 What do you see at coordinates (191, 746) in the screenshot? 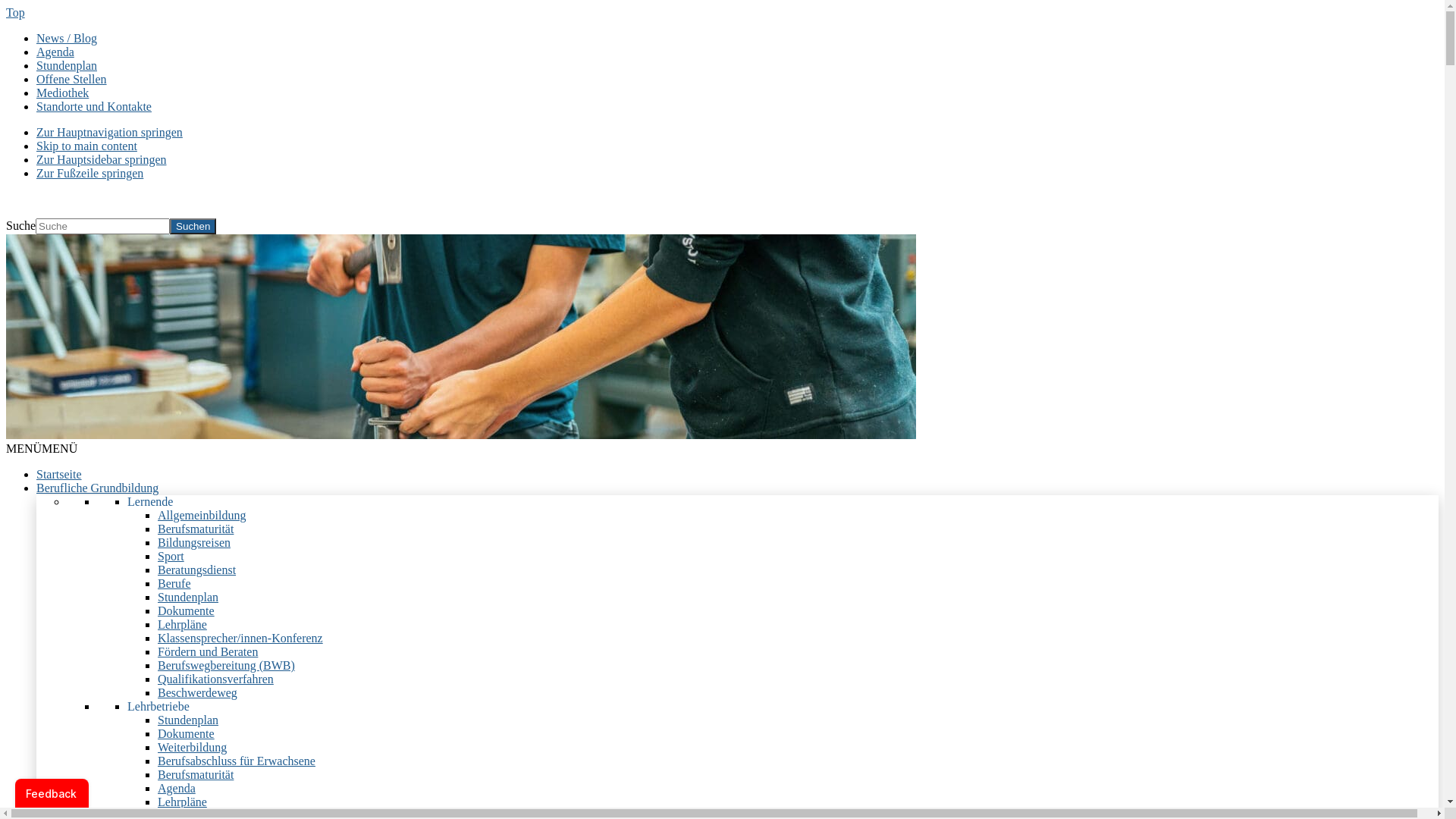
I see `'Weiterbildung'` at bounding box center [191, 746].